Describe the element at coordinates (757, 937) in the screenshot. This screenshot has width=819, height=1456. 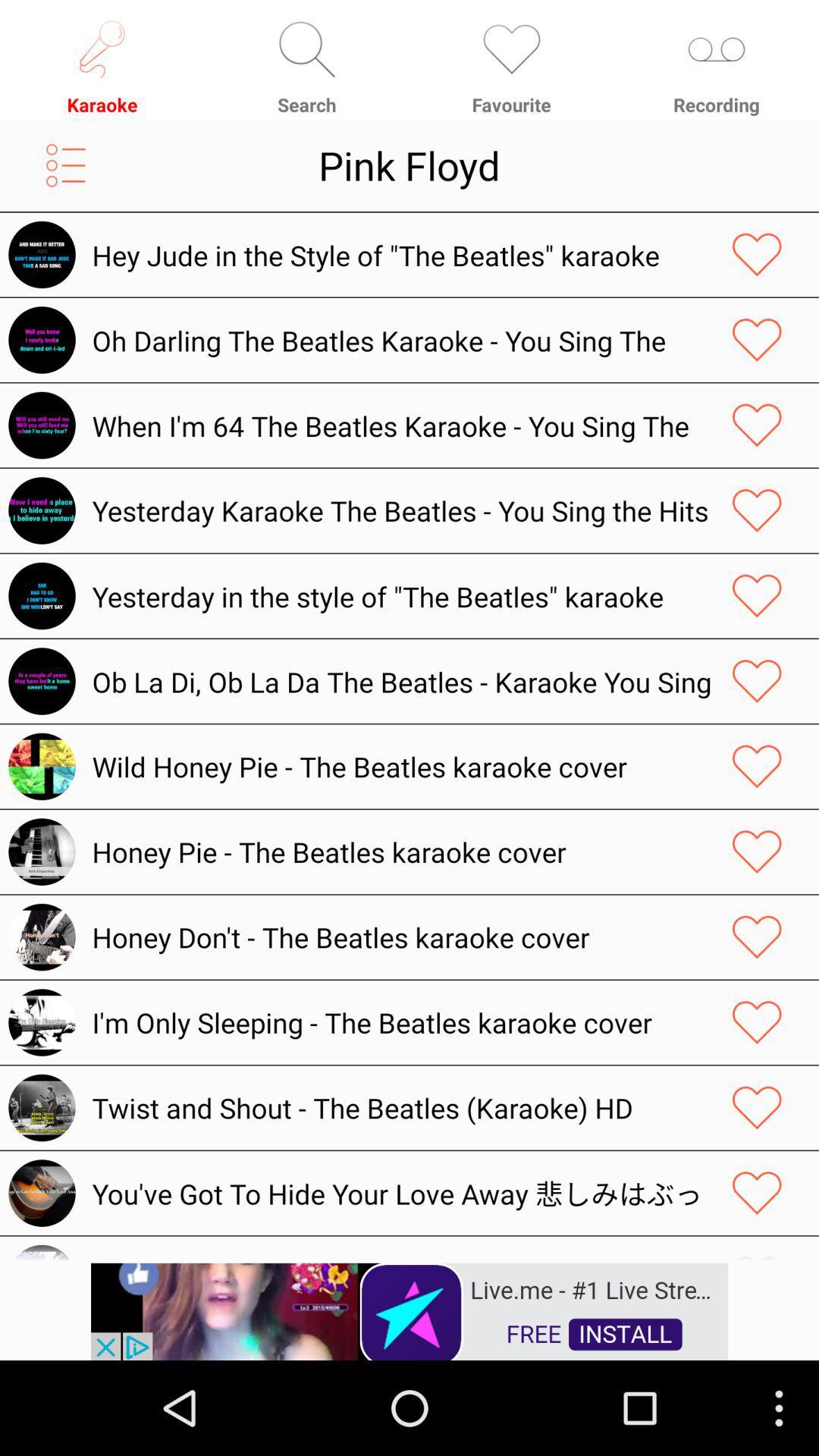
I see `favorite` at that location.